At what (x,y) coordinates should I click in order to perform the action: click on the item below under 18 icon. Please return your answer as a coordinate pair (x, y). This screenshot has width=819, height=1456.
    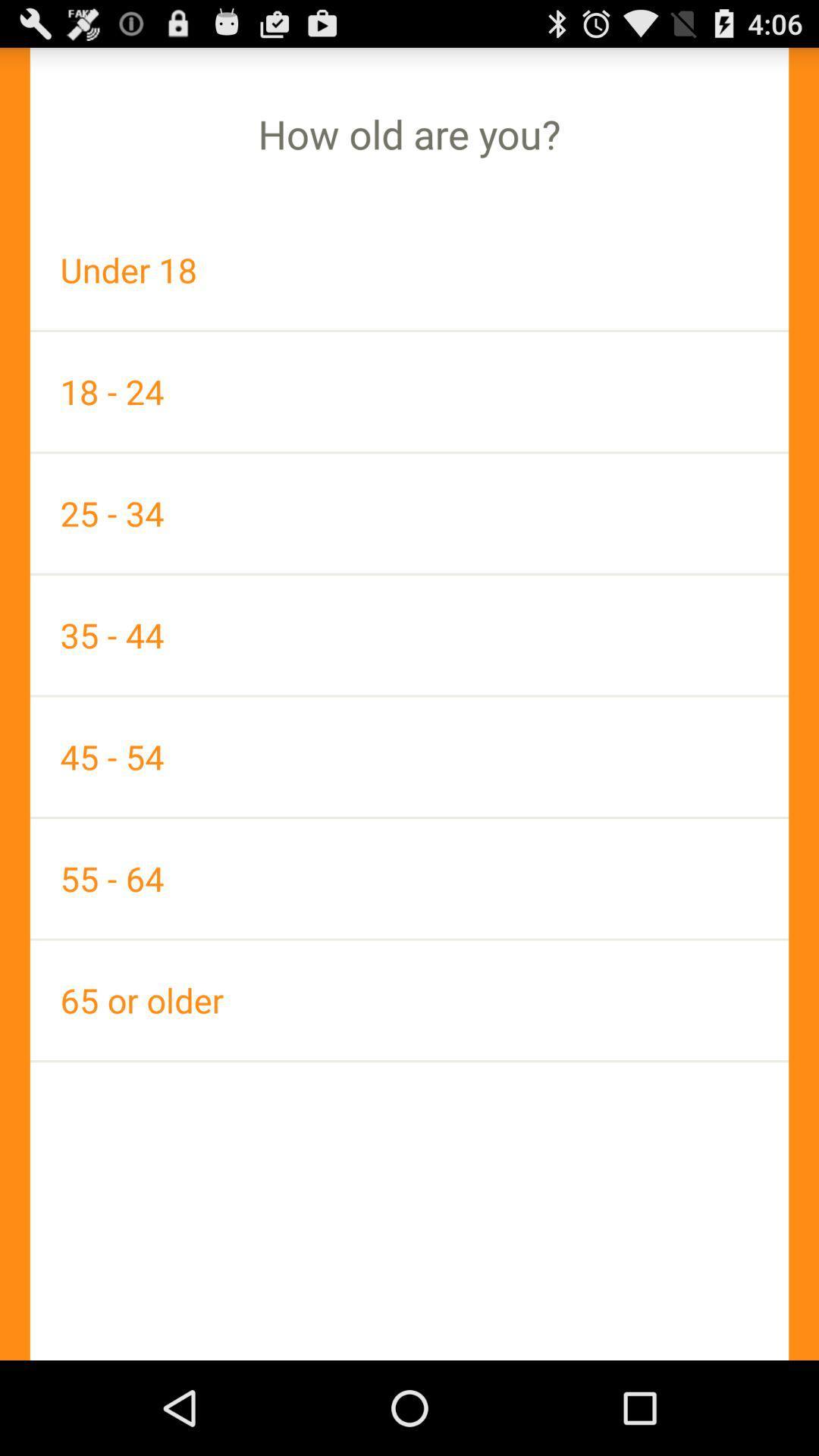
    Looking at the image, I should click on (409, 391).